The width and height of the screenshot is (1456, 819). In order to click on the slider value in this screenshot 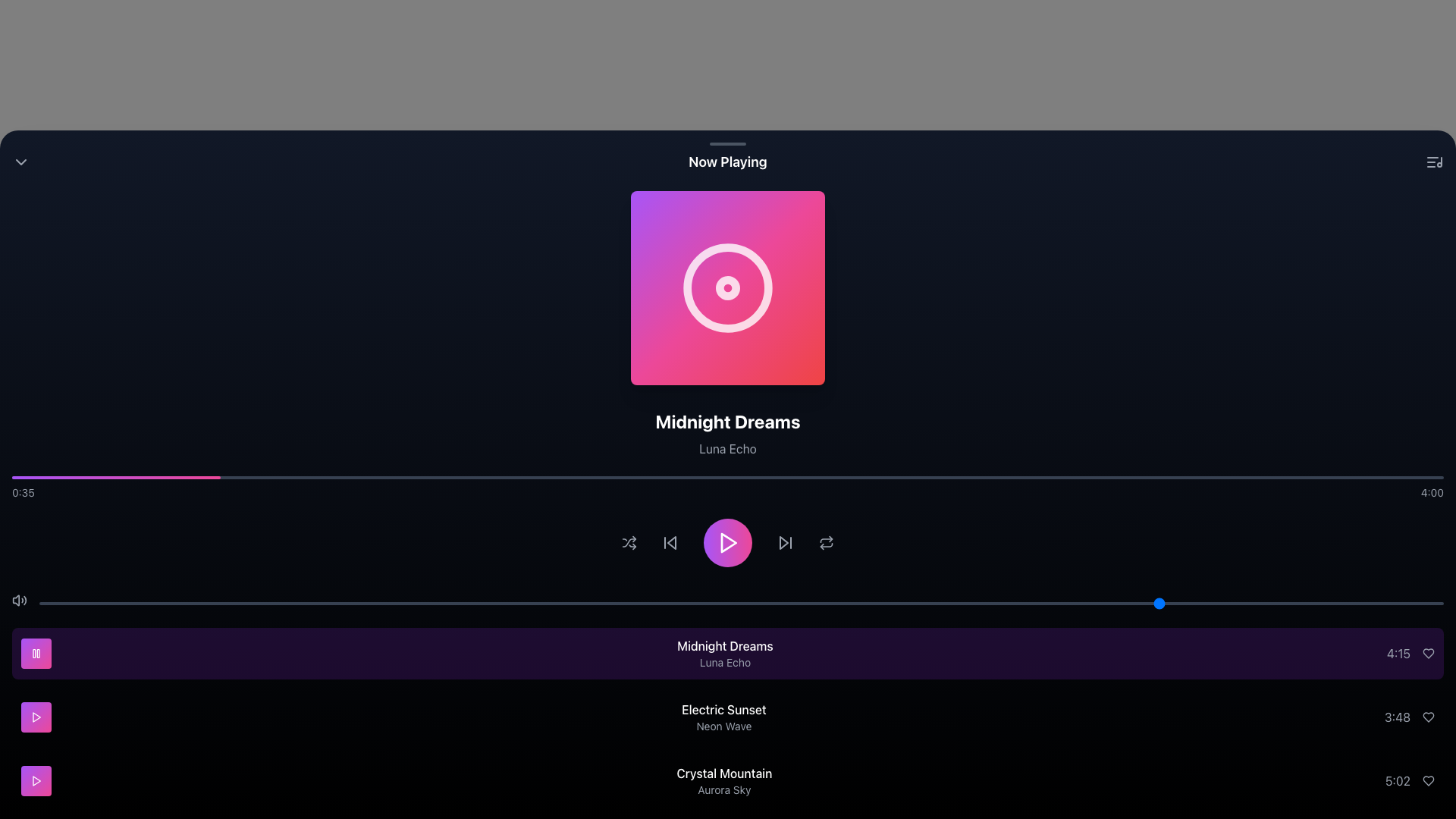, I will do `click(825, 602)`.